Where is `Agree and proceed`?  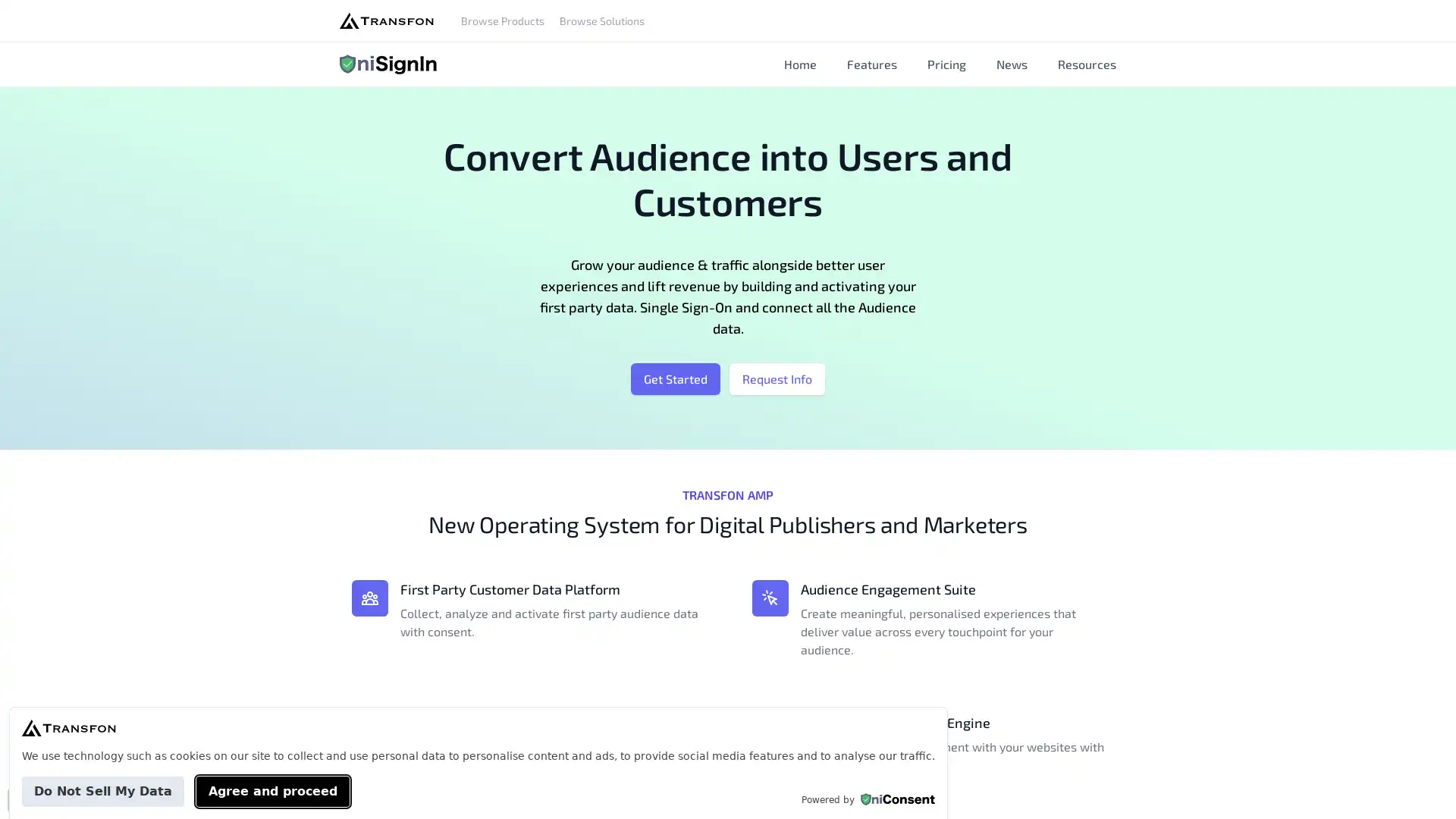 Agree and proceed is located at coordinates (273, 791).